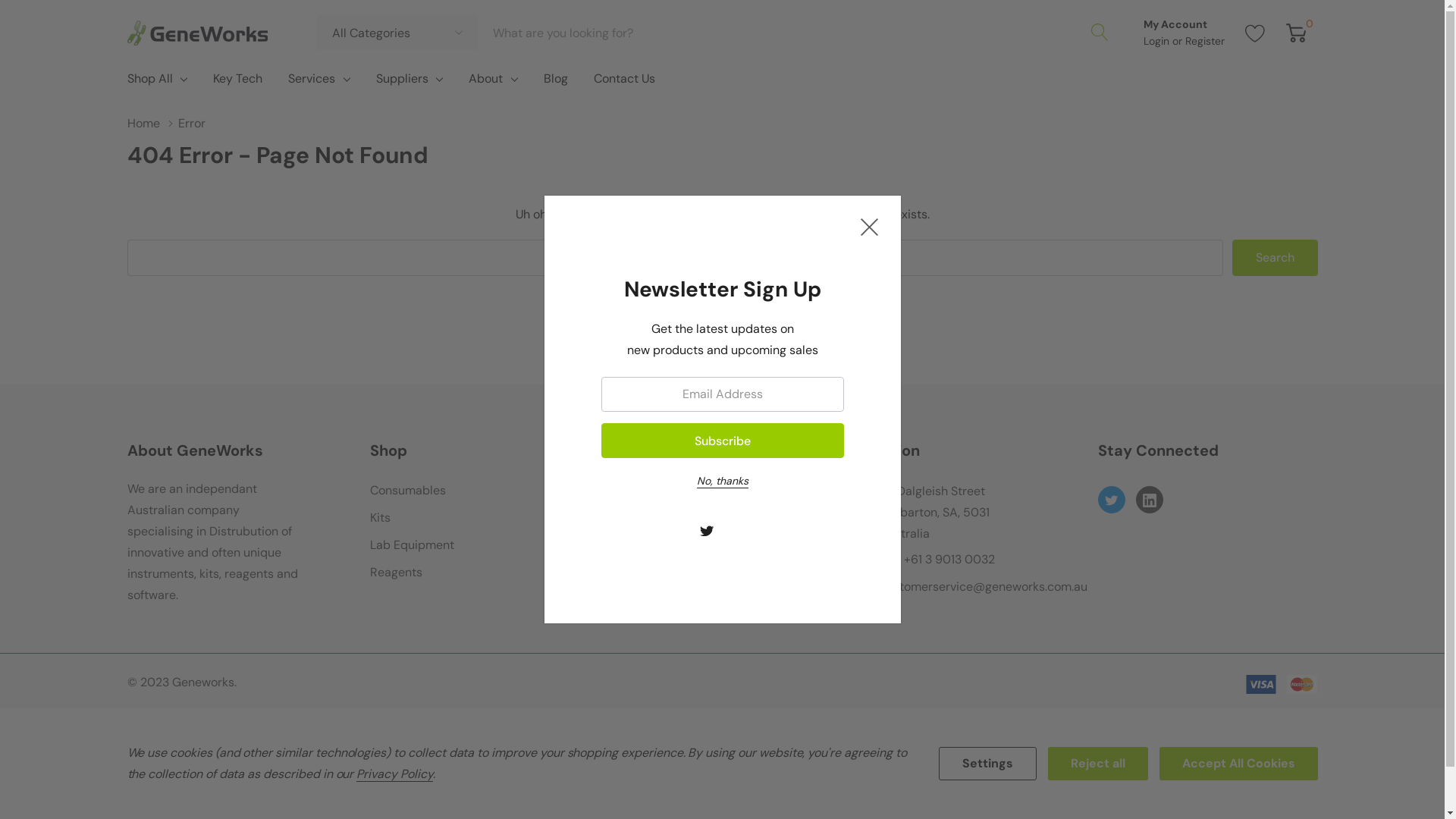 This screenshot has height=819, width=1456. Describe the element at coordinates (1238, 763) in the screenshot. I see `'Accept All Cookies'` at that location.